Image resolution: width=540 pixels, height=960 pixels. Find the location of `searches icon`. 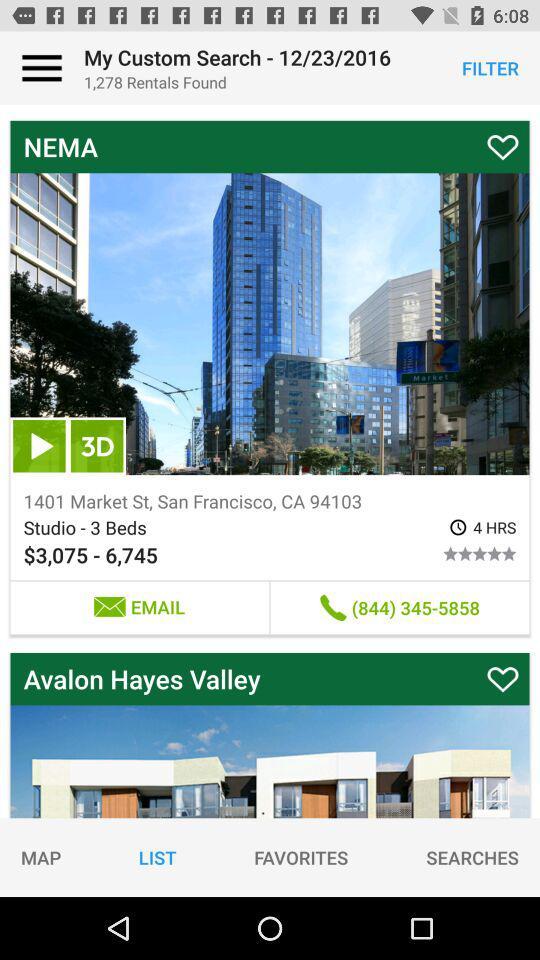

searches icon is located at coordinates (472, 856).